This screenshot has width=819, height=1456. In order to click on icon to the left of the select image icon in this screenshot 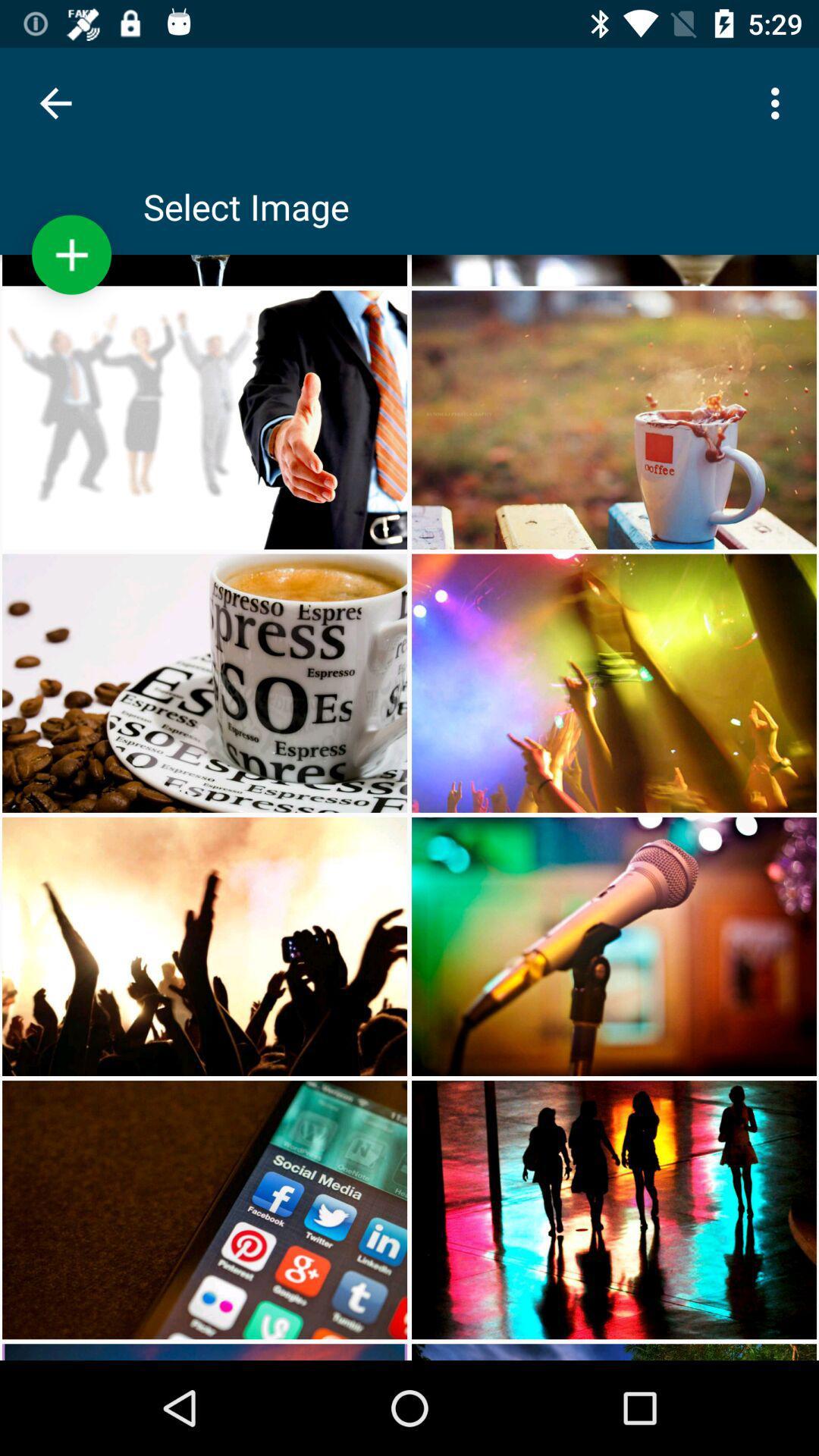, I will do `click(71, 255)`.